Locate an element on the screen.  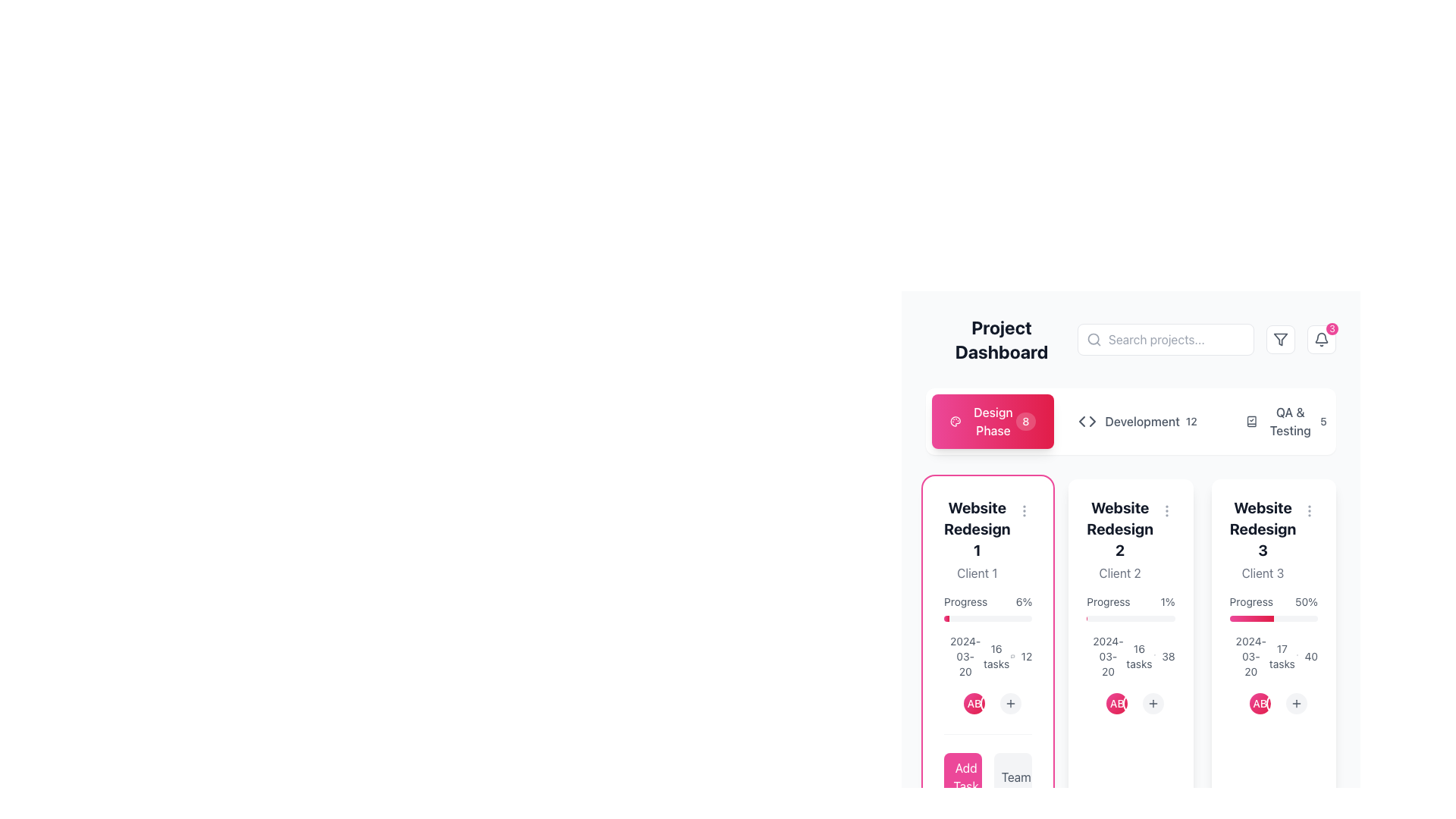
the 'Design Phase' text label in the left-side navigation tab is located at coordinates (993, 421).